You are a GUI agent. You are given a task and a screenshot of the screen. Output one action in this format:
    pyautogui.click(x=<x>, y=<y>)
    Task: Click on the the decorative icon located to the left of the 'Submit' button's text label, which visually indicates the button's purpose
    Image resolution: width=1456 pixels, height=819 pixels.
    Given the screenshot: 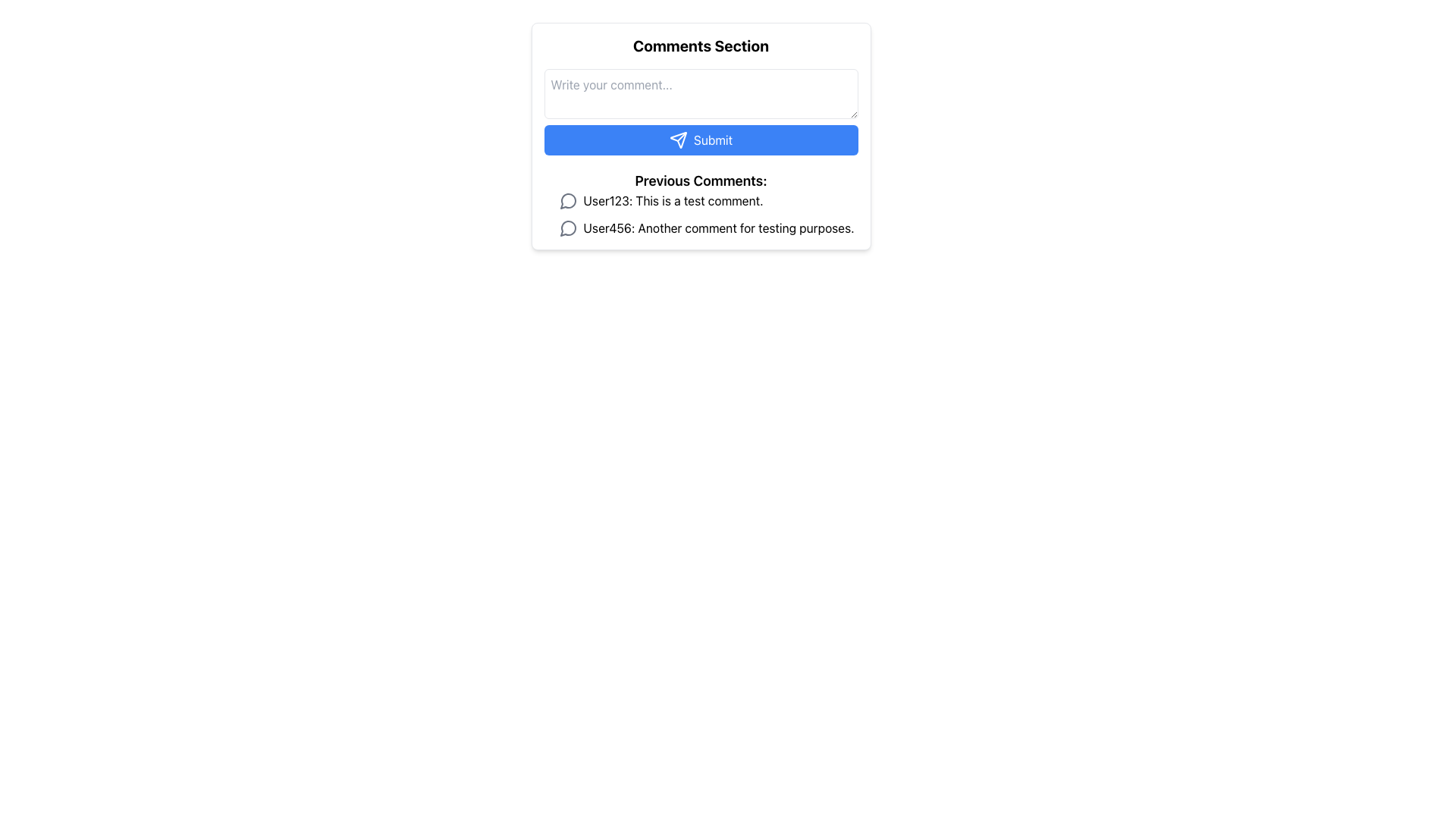 What is the action you would take?
    pyautogui.click(x=677, y=140)
    